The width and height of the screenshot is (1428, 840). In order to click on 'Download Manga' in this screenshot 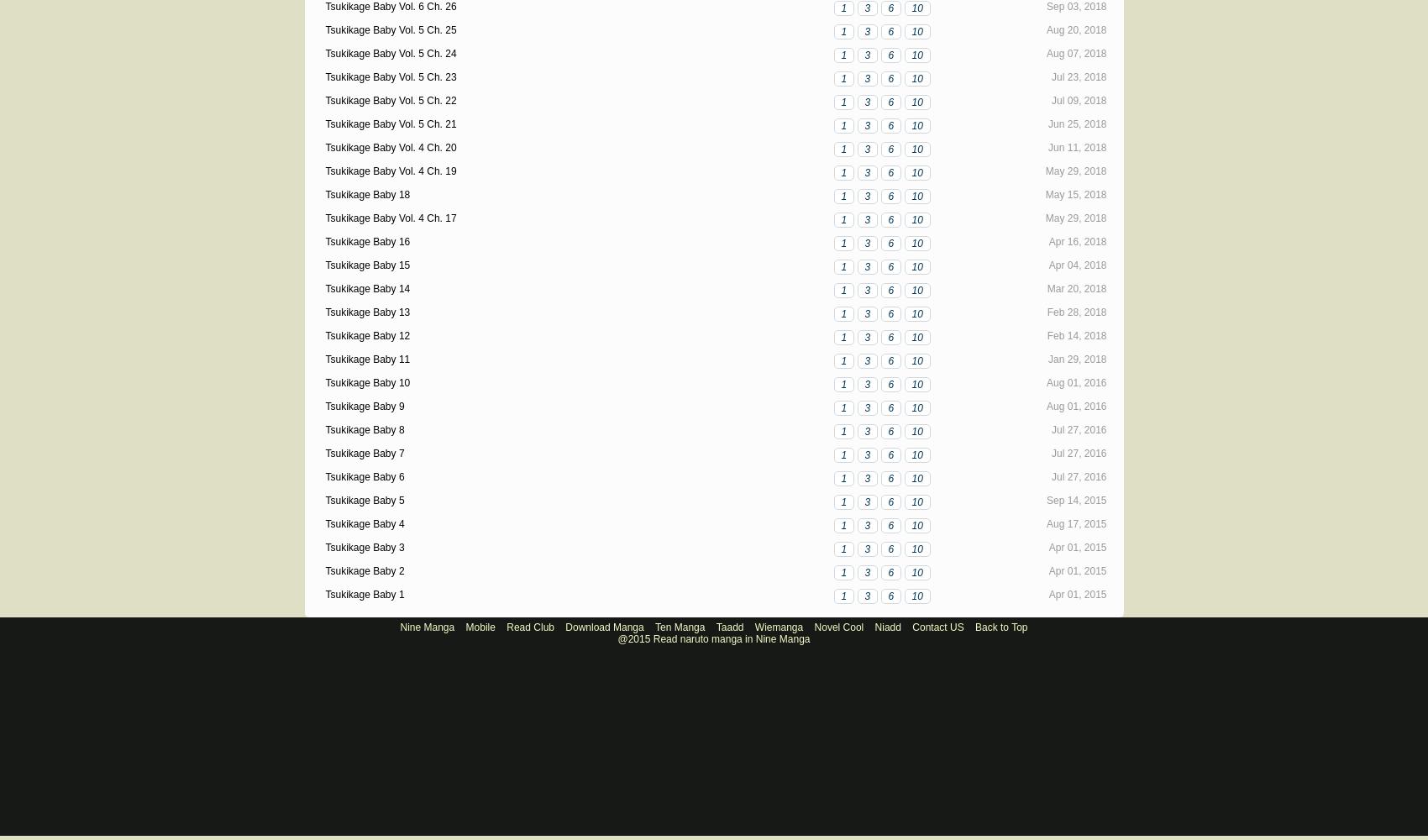, I will do `click(604, 627)`.